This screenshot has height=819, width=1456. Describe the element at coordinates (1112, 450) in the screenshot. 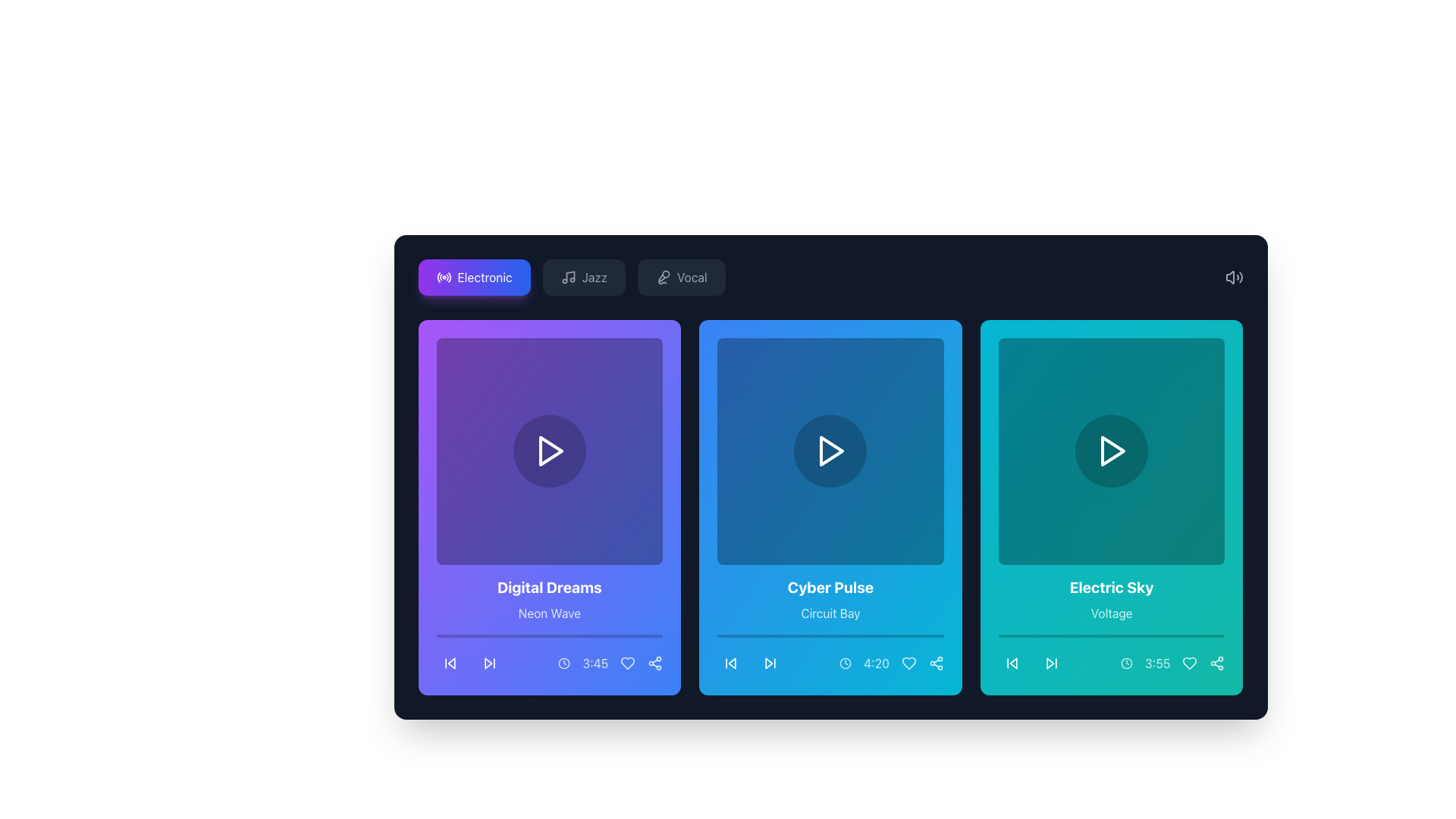

I see `the button with a white play icon centered in a gradient teal area, located in the third column of the card titled 'Electric Sky'` at that location.